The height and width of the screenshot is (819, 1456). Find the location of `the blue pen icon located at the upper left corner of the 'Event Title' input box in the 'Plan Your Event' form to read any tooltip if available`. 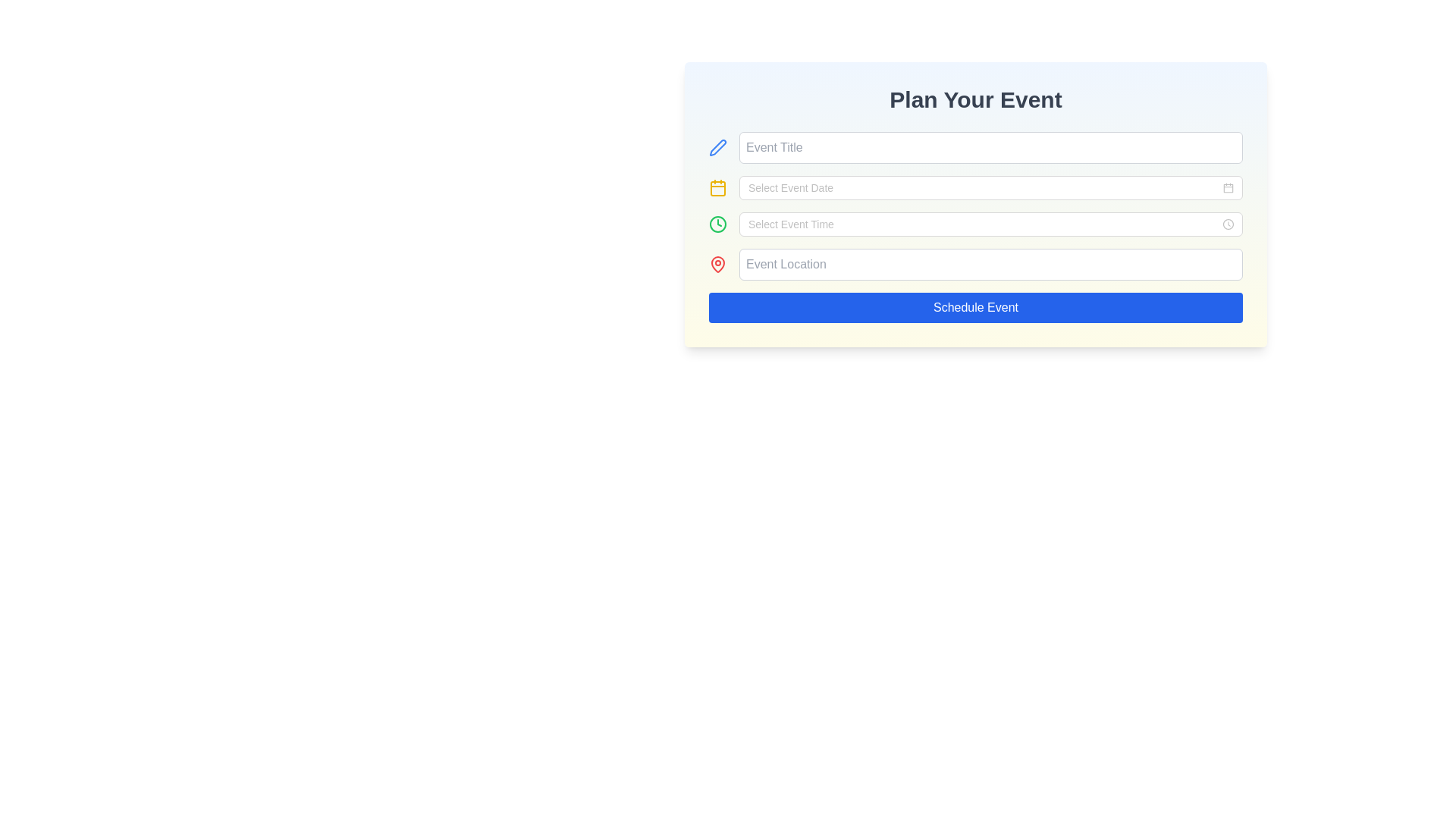

the blue pen icon located at the upper left corner of the 'Event Title' input box in the 'Plan Your Event' form to read any tooltip if available is located at coordinates (717, 148).